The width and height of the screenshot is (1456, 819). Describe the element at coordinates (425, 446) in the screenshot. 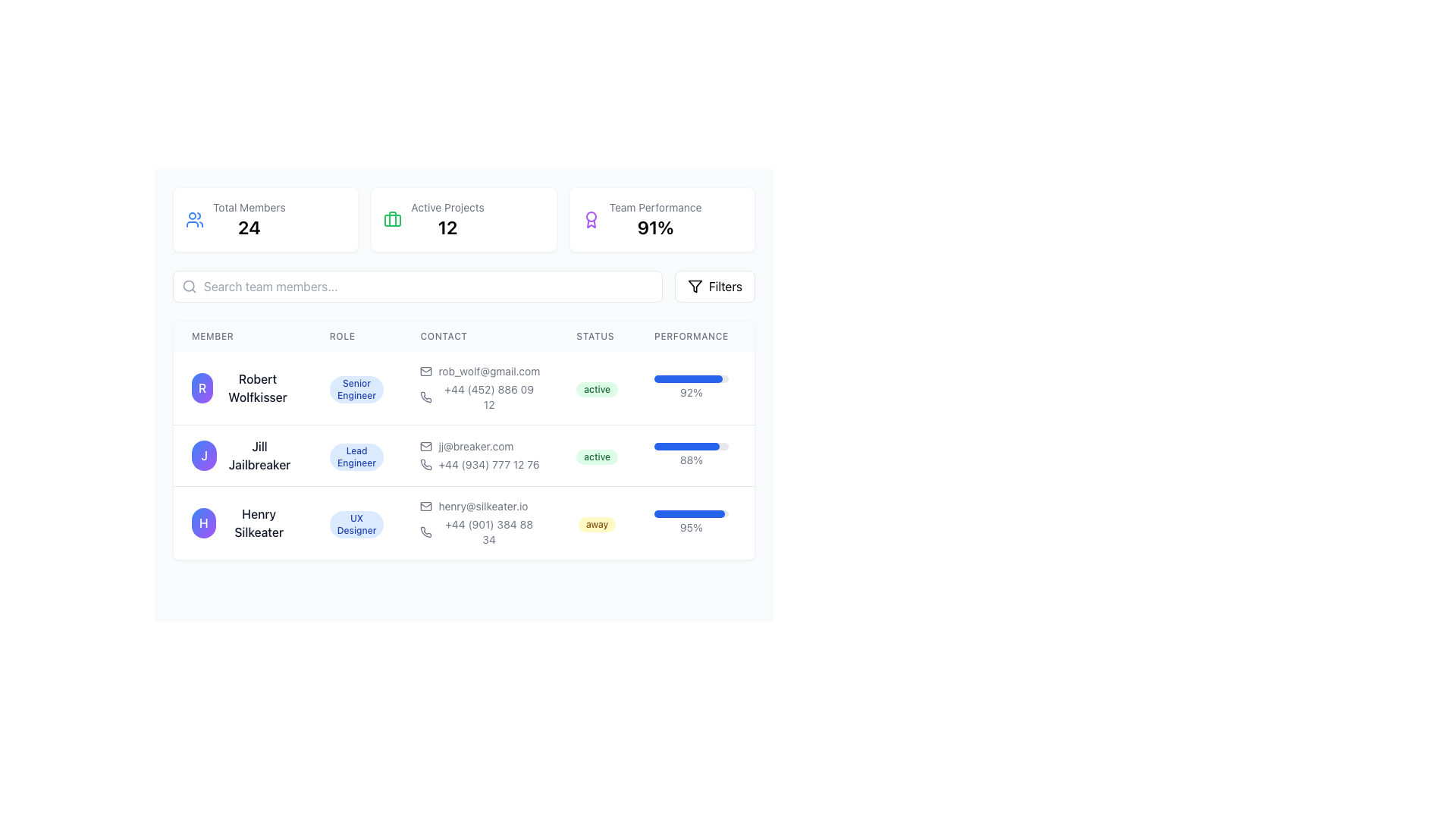

I see `the envelope icon in the contact section of Jill Jailbreaker's row in the user table` at that location.